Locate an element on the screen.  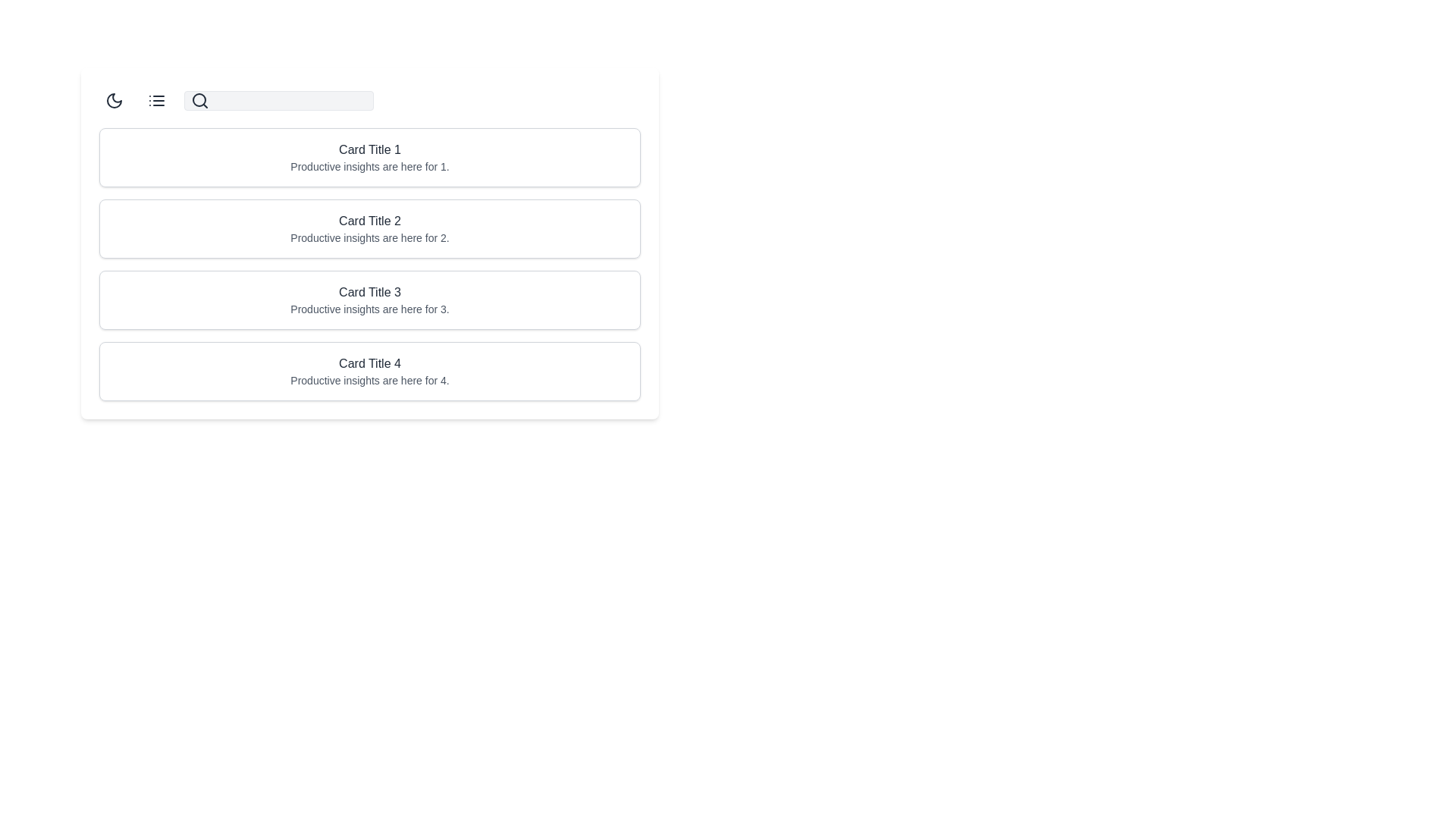
the text label 'Card Title 3' which is displayed in bold and dark font at the top of the card component is located at coordinates (370, 292).